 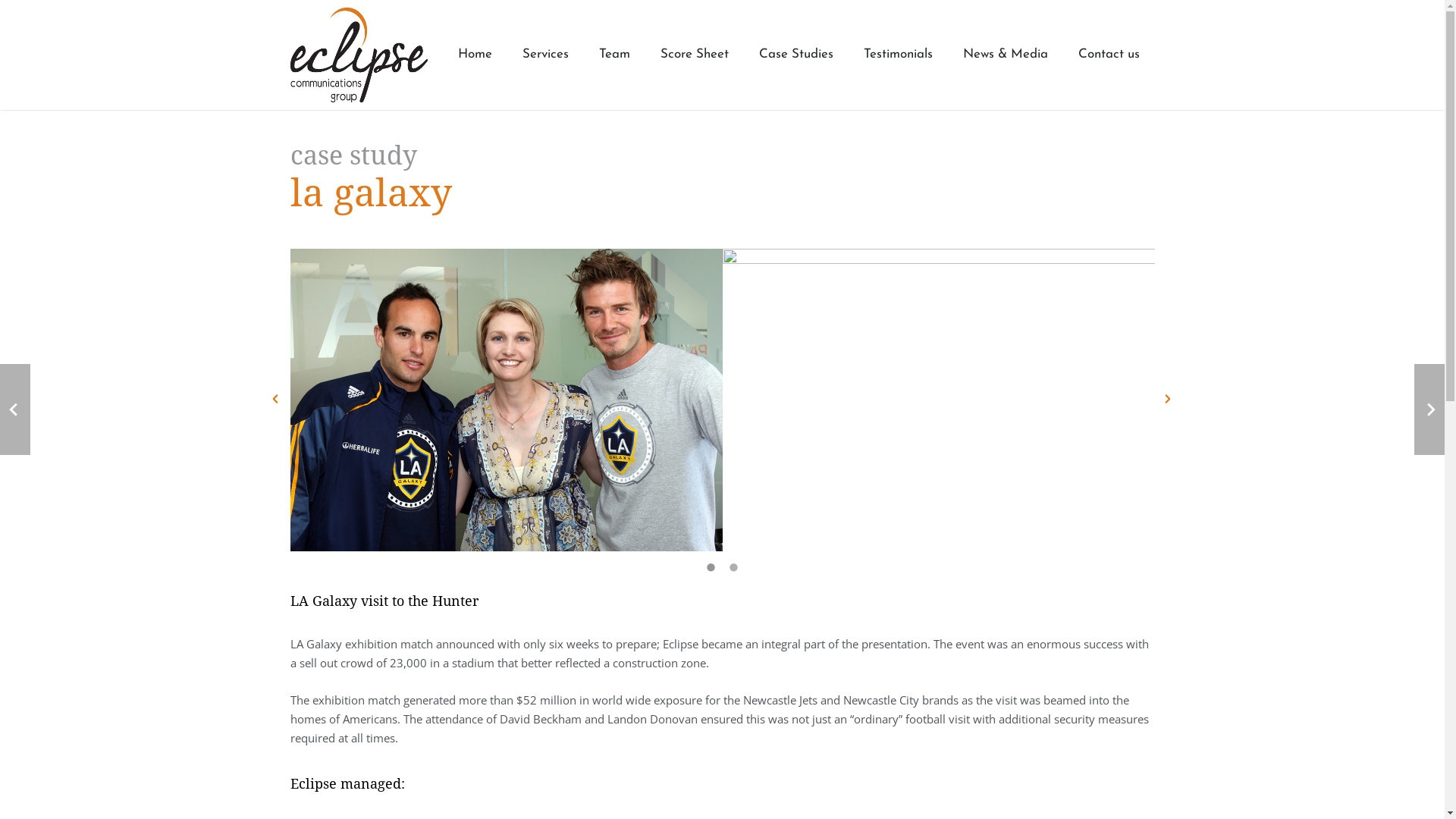 What do you see at coordinates (693, 54) in the screenshot?
I see `'Score Sheet'` at bounding box center [693, 54].